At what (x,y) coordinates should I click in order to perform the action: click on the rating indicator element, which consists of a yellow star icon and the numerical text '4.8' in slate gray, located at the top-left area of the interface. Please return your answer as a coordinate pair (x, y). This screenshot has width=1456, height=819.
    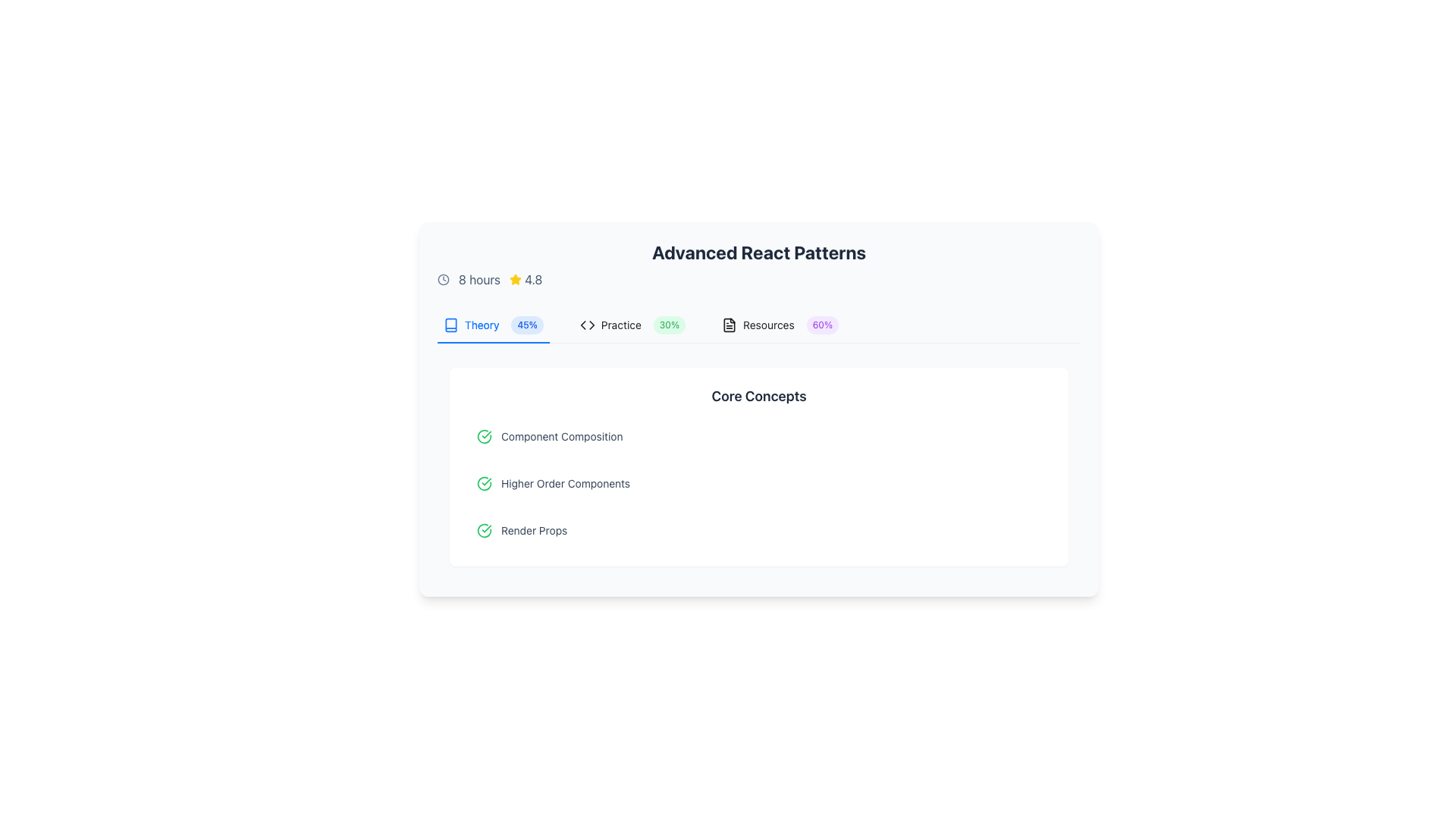
    Looking at the image, I should click on (526, 280).